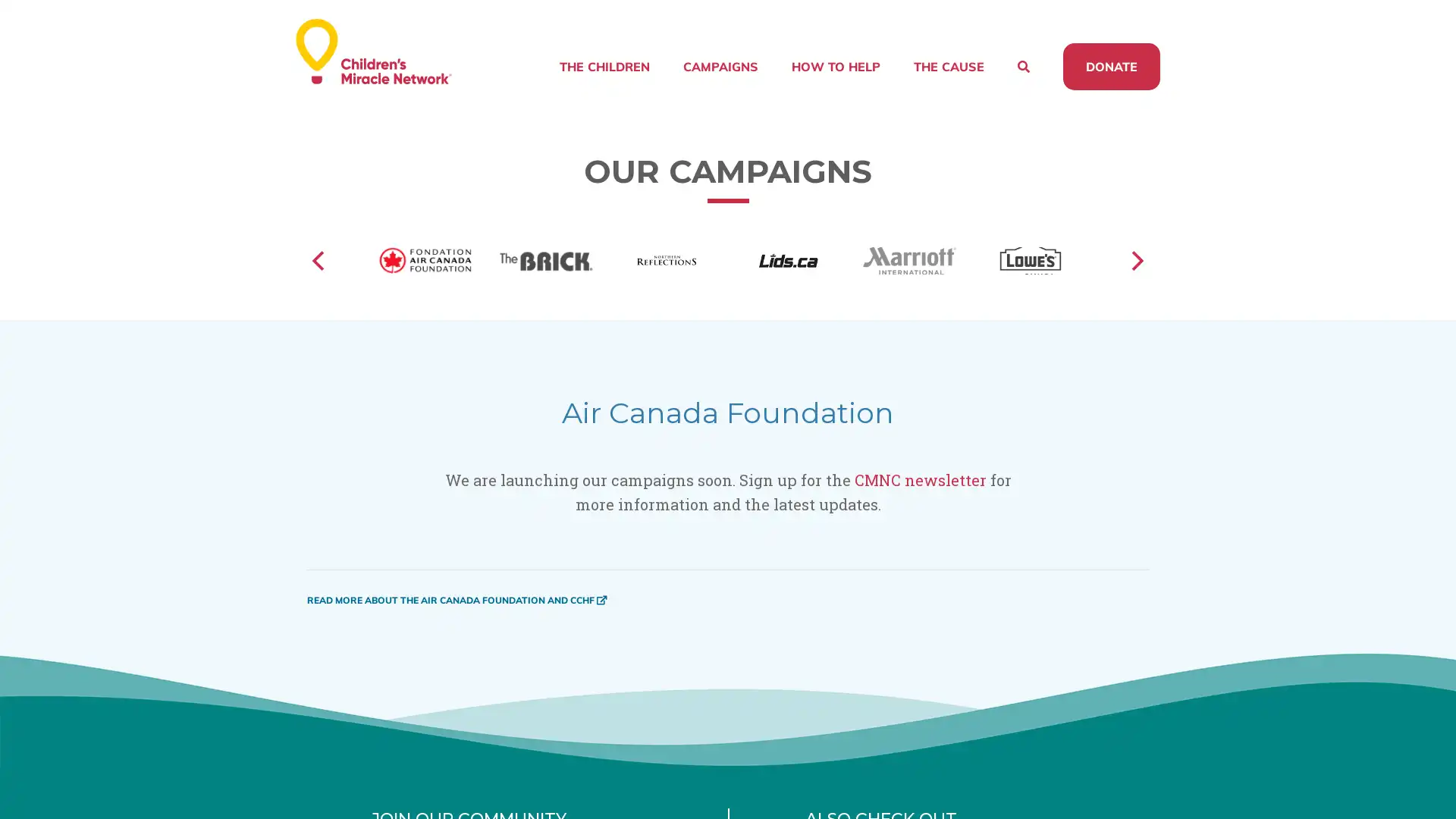 Image resolution: width=1456 pixels, height=819 pixels. What do you see at coordinates (1135, 280) in the screenshot?
I see `Next` at bounding box center [1135, 280].